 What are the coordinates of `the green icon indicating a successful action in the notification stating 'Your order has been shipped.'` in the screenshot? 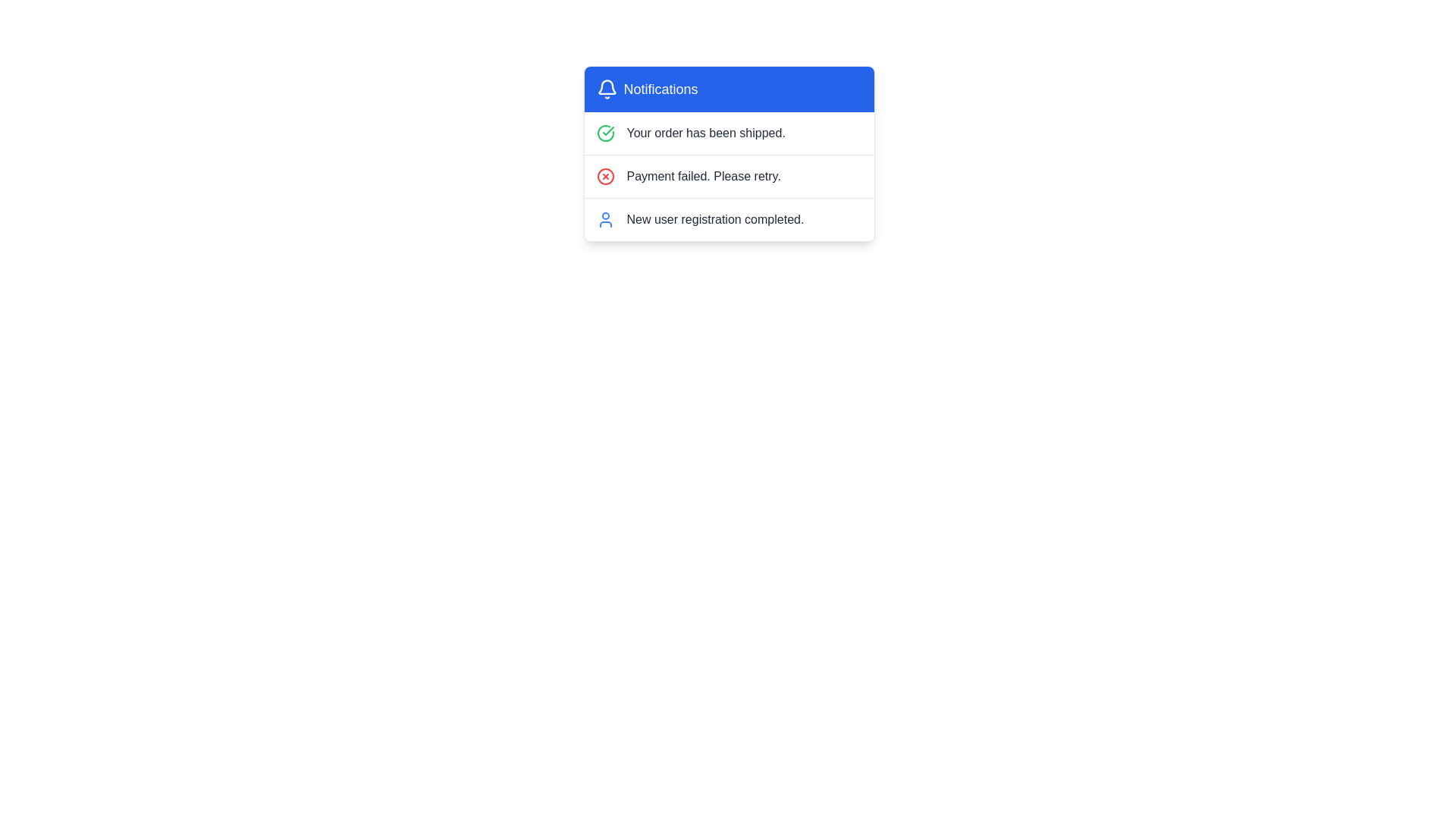 It's located at (607, 130).